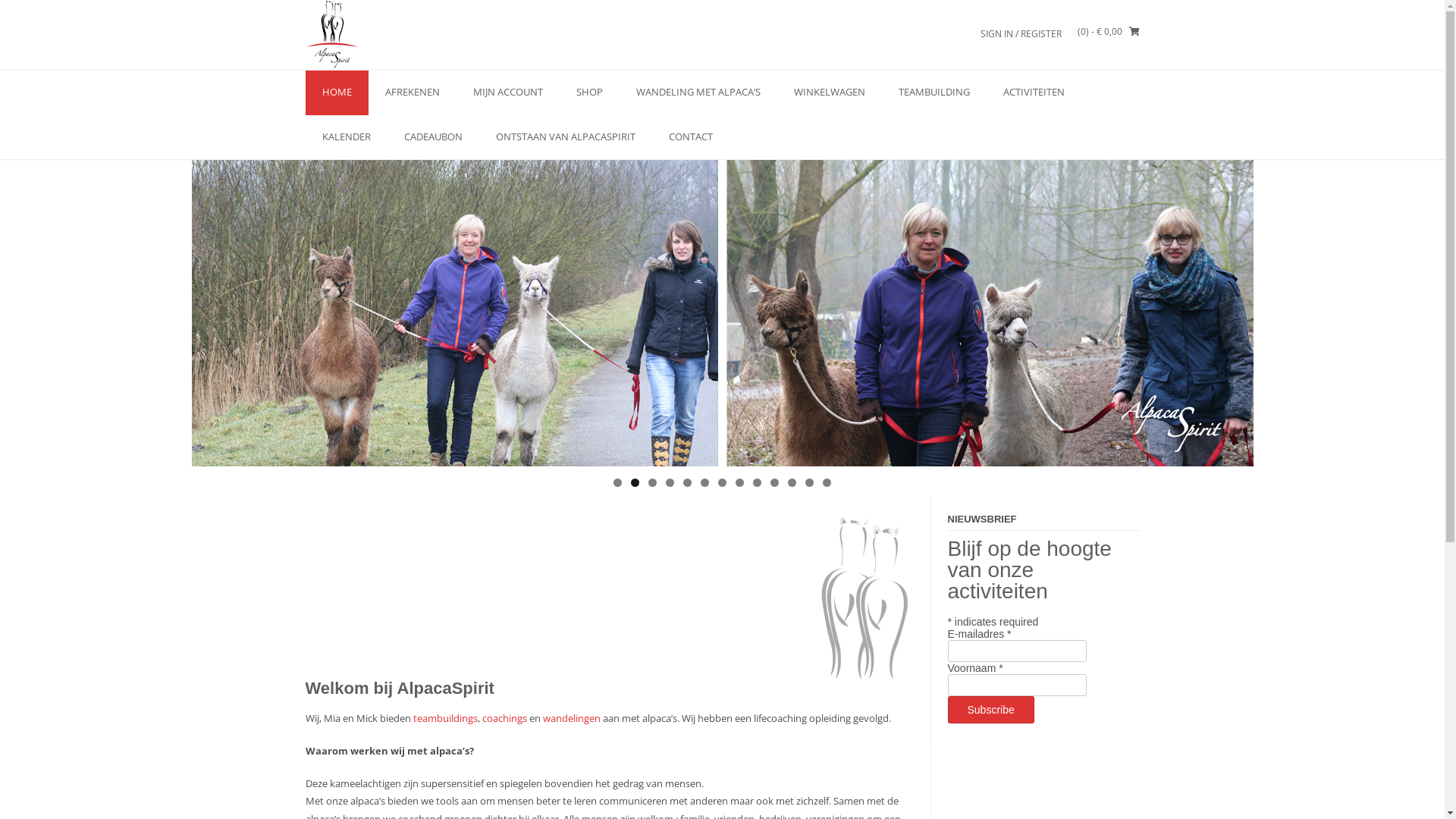  I want to click on 'MIJN ACCOUNT', so click(508, 93).